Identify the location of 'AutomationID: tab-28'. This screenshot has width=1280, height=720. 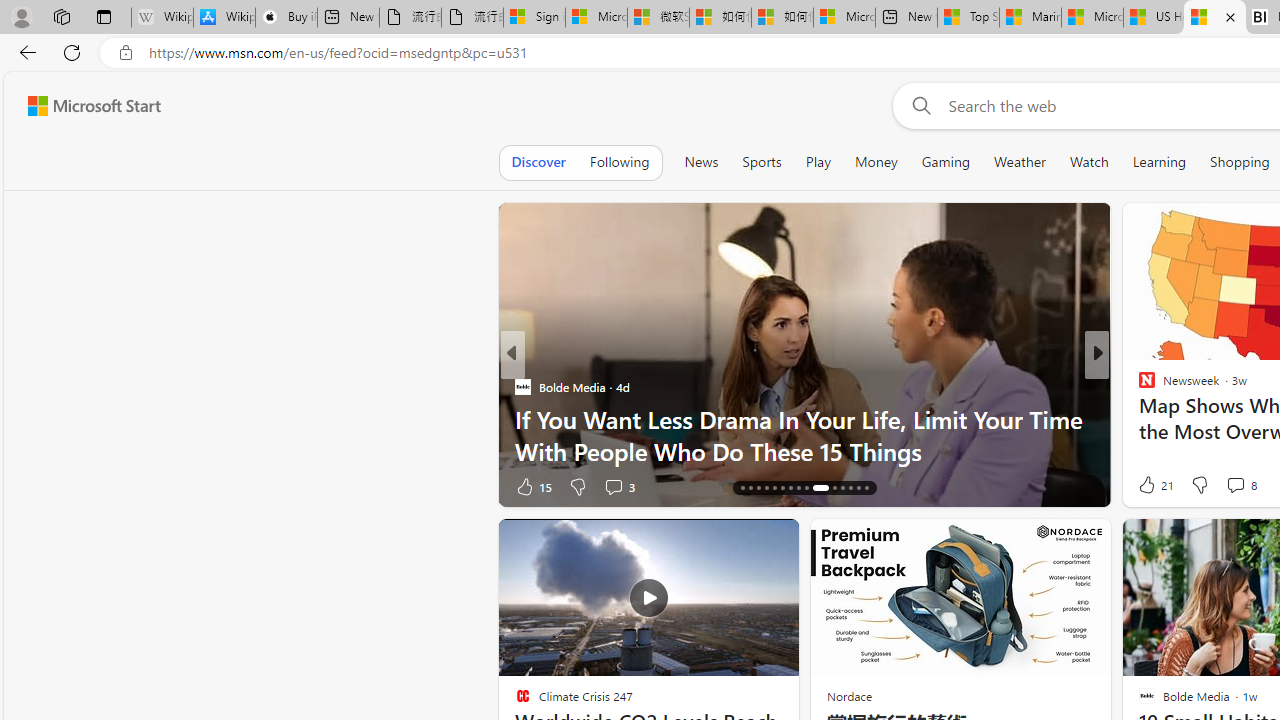
(850, 488).